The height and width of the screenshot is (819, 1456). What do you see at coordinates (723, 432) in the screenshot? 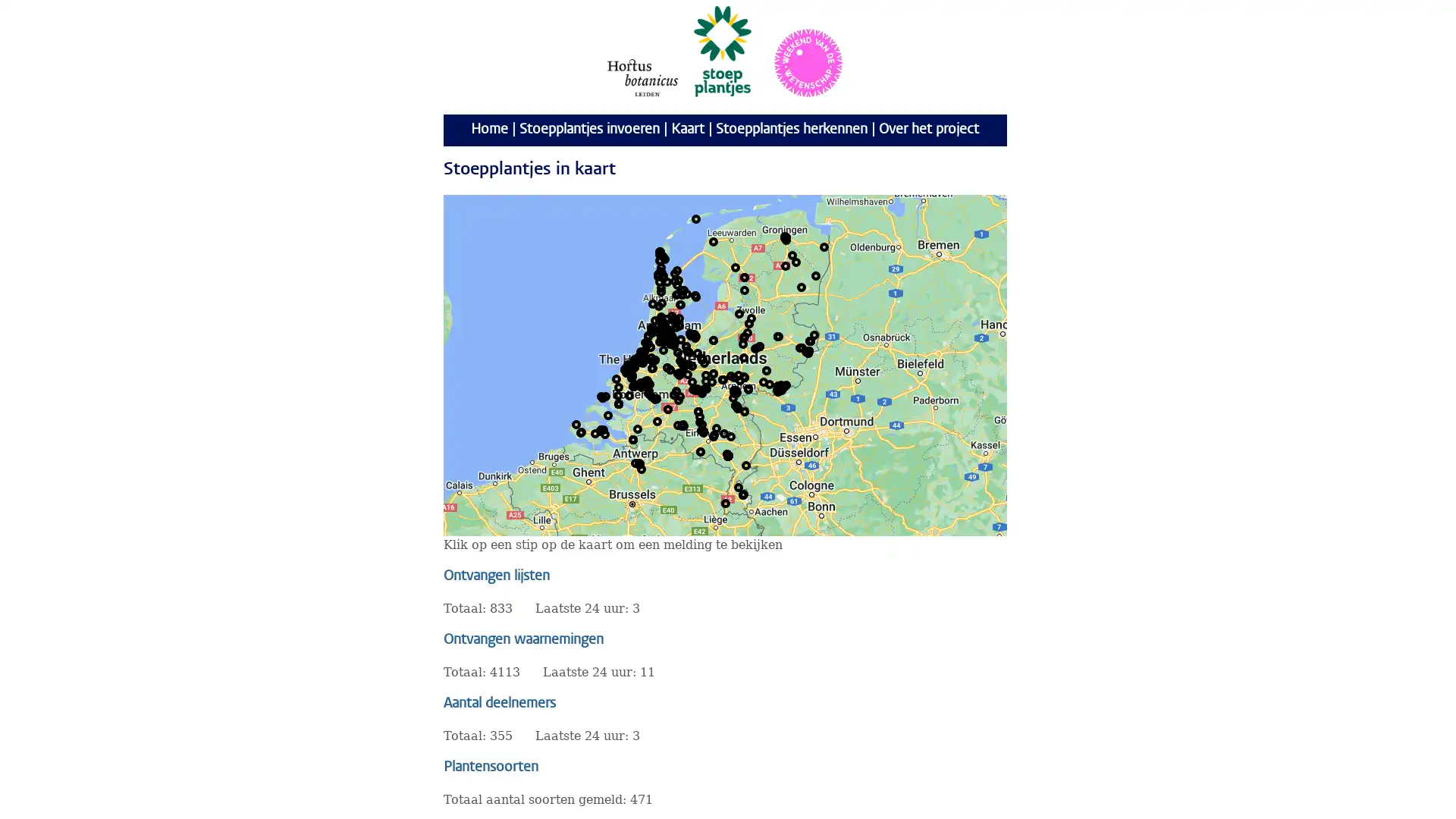
I see `Telling van Marianne van Rooden op 17 oktober 2021` at bounding box center [723, 432].